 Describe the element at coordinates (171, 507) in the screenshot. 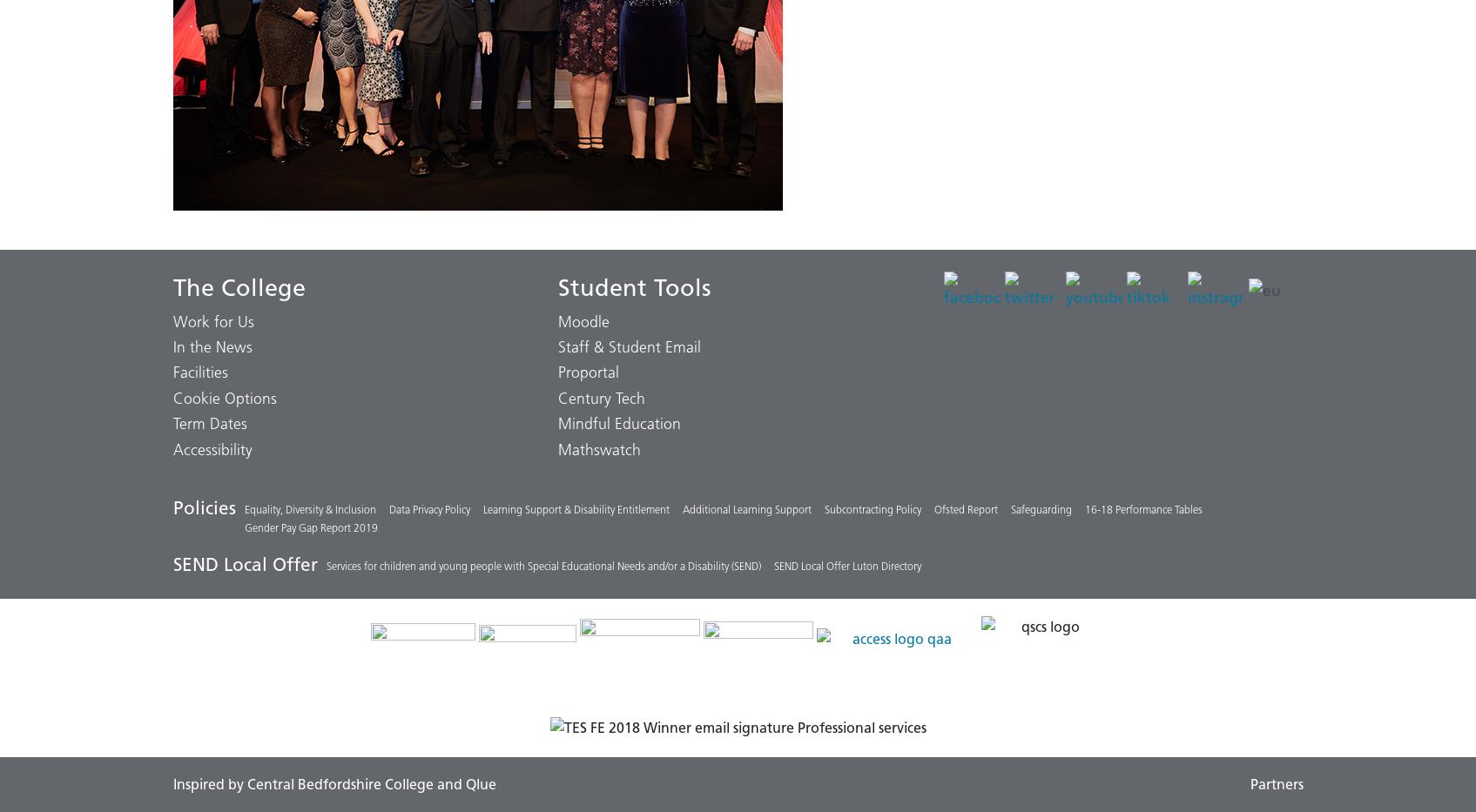

I see `'Policies'` at that location.